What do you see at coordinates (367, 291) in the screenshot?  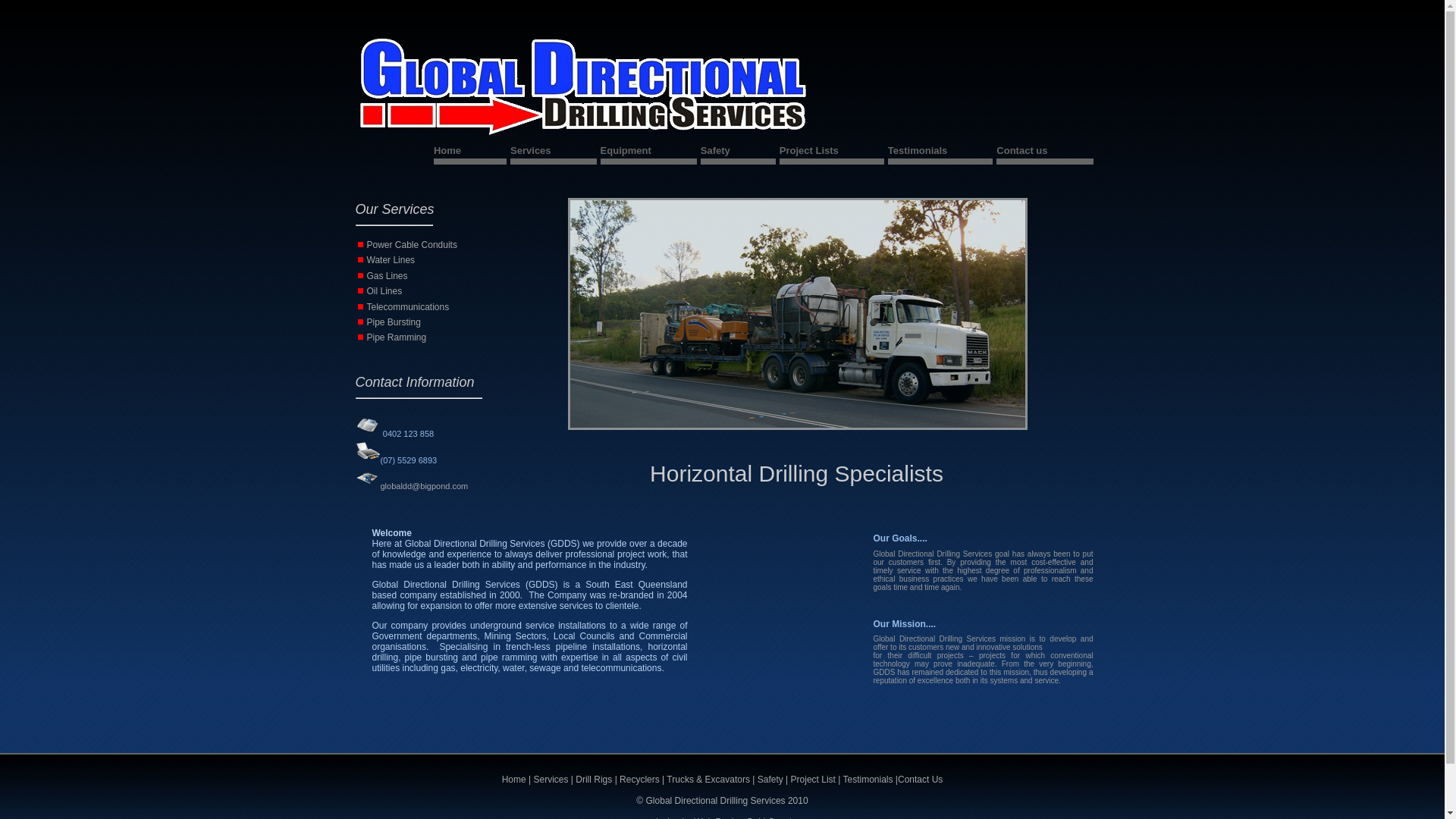 I see `'Oil Lines'` at bounding box center [367, 291].